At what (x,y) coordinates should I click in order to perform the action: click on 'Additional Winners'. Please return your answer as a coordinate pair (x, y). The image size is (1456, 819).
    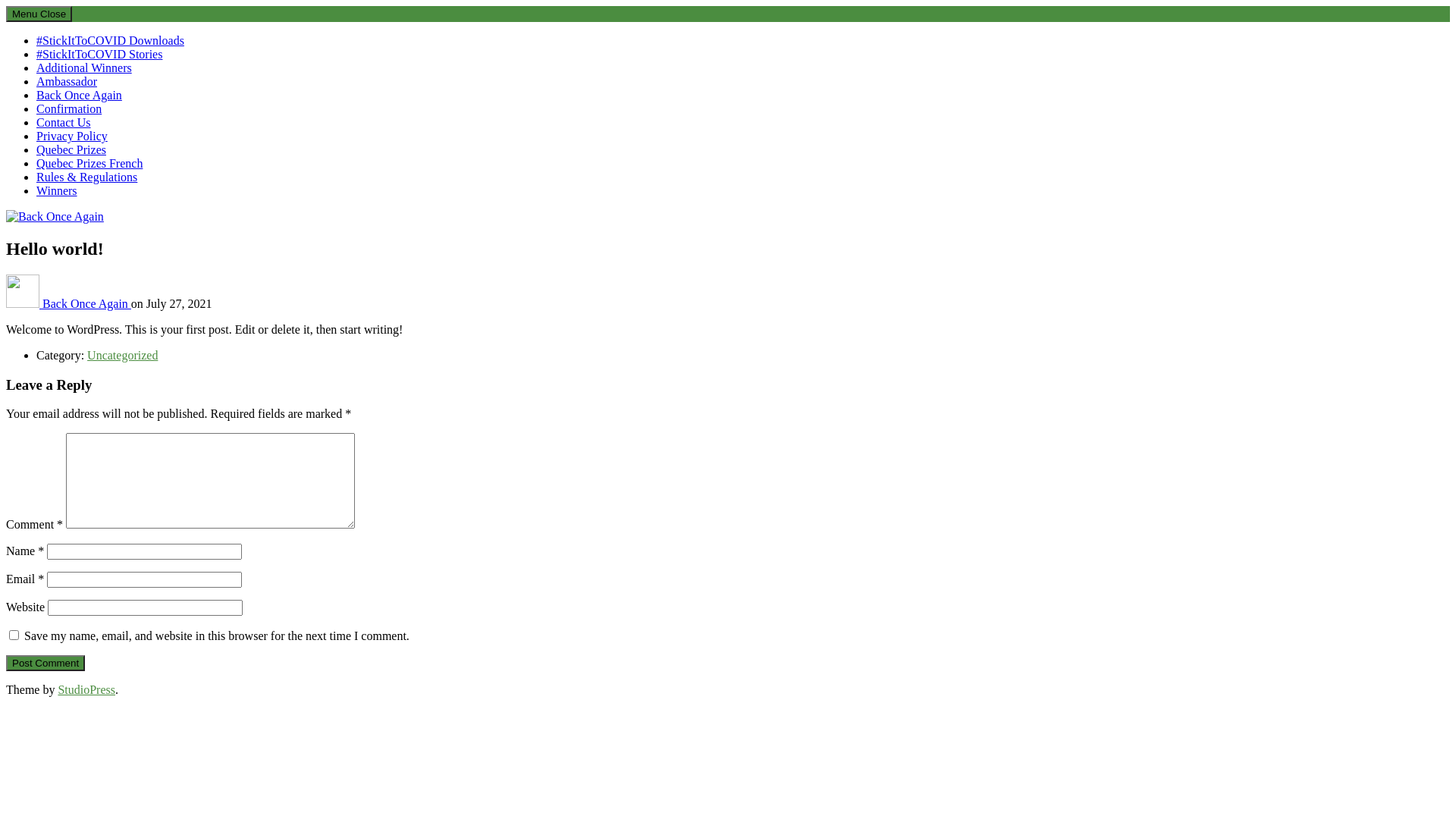
    Looking at the image, I should click on (83, 67).